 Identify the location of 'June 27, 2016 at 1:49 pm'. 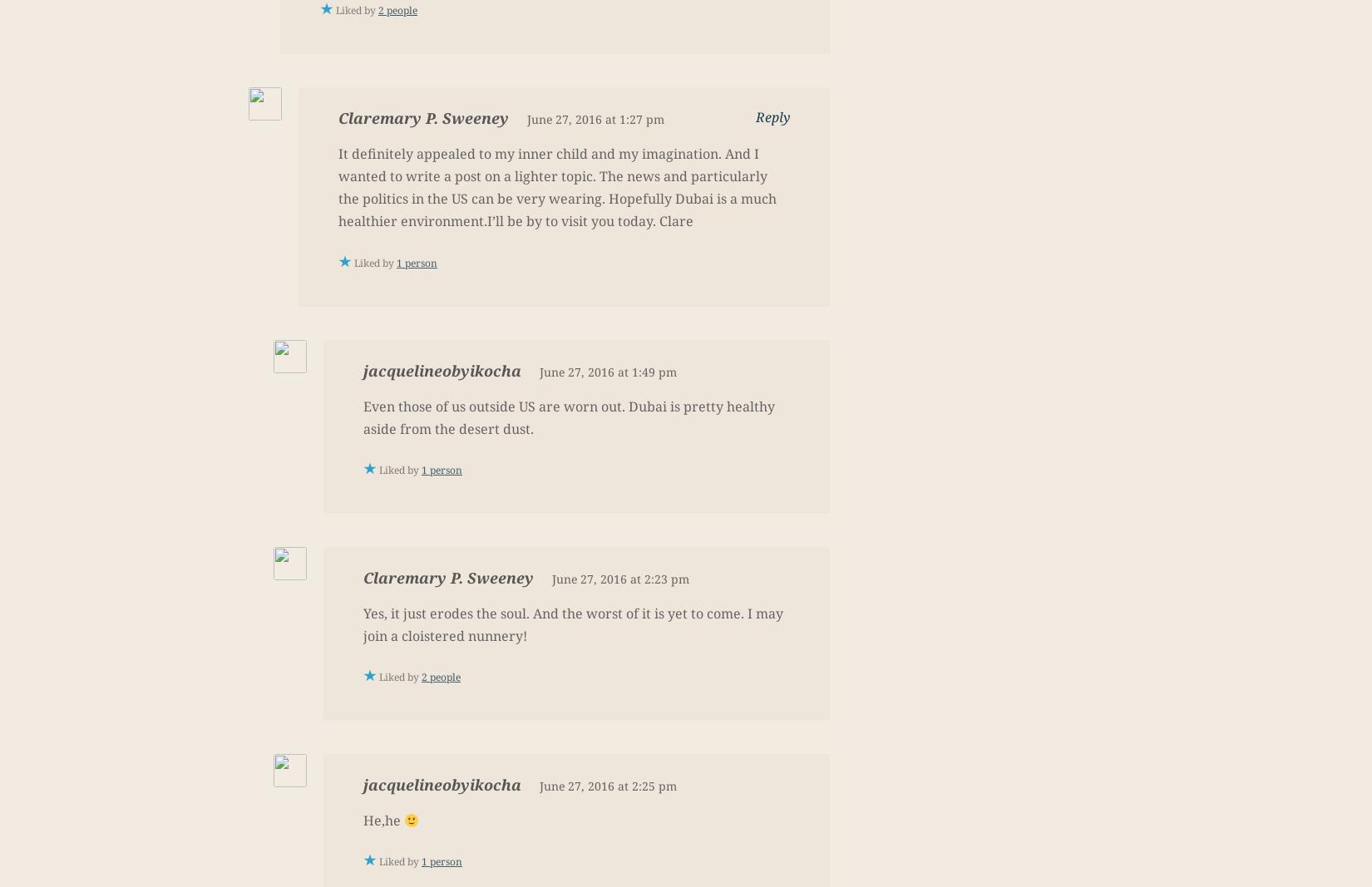
(607, 370).